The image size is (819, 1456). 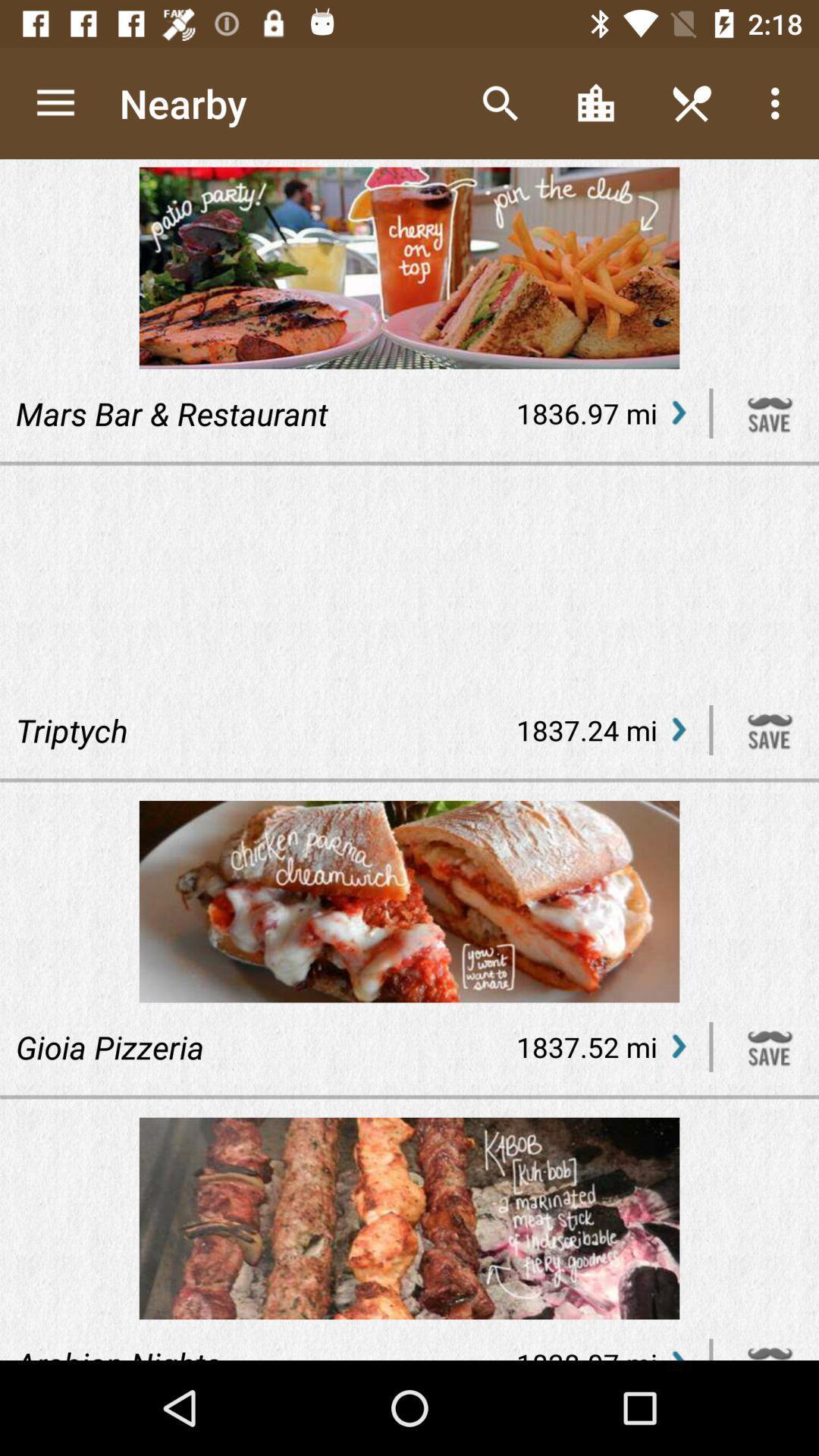 I want to click on app next to the nearby icon, so click(x=55, y=102).